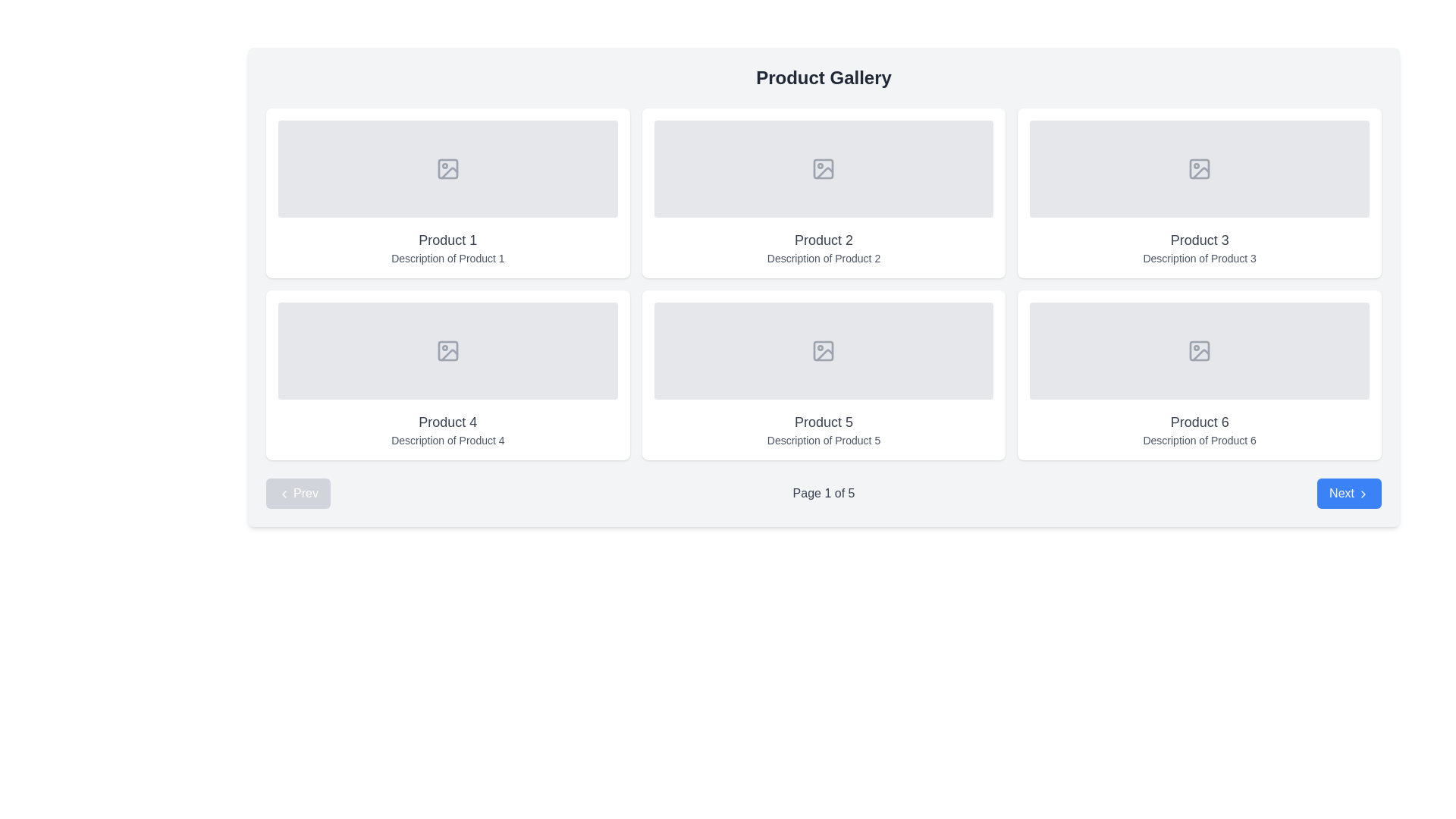 The height and width of the screenshot is (819, 1456). Describe the element at coordinates (823, 169) in the screenshot. I see `the visual indicator for the image placeholder located in the card titled 'Product 2' in the second column of the first row` at that location.